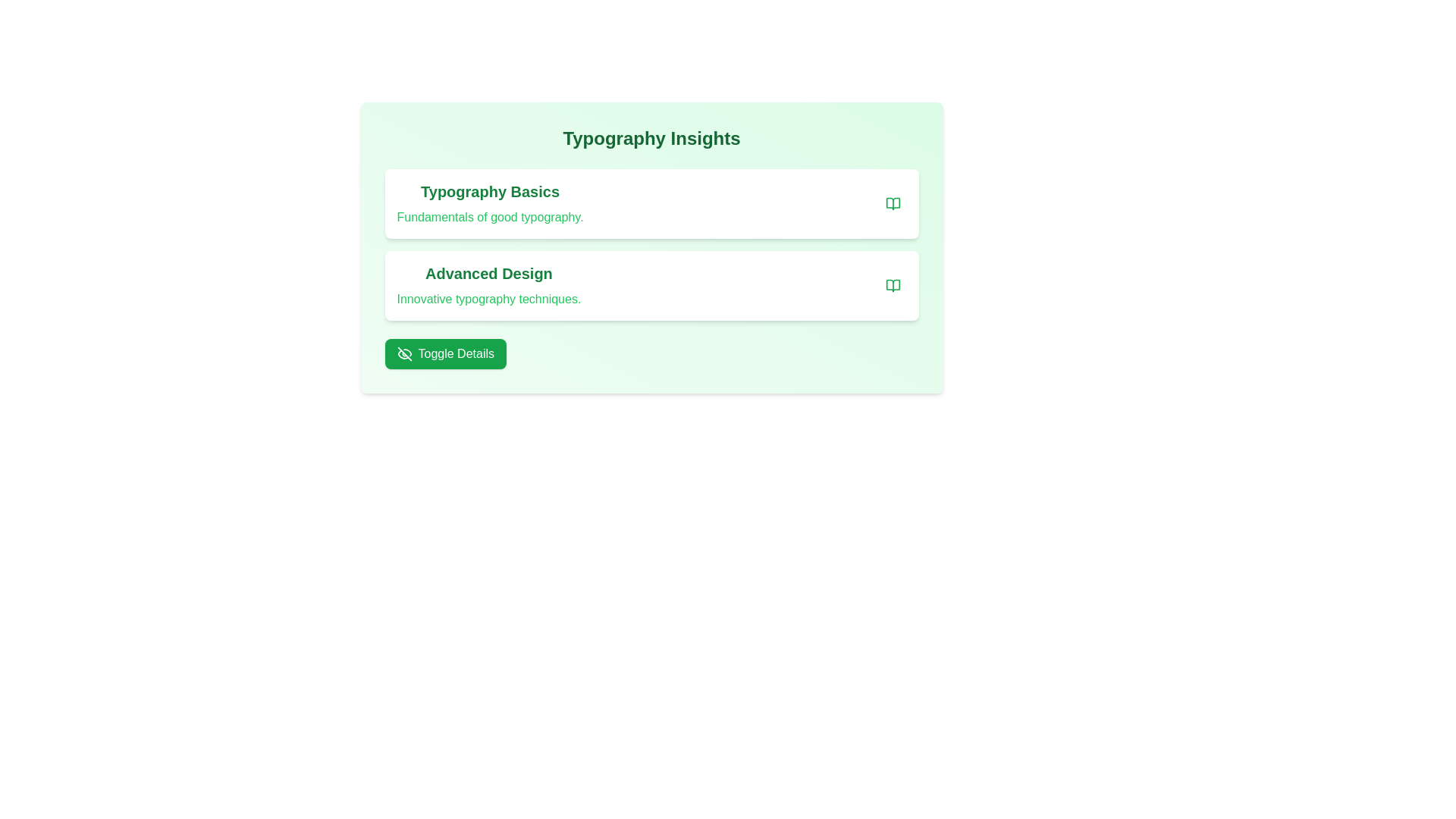 The height and width of the screenshot is (819, 1456). I want to click on the interactive green circular button with an open book icon located at the top right corner of the 'Typography Basics' card, so click(893, 203).